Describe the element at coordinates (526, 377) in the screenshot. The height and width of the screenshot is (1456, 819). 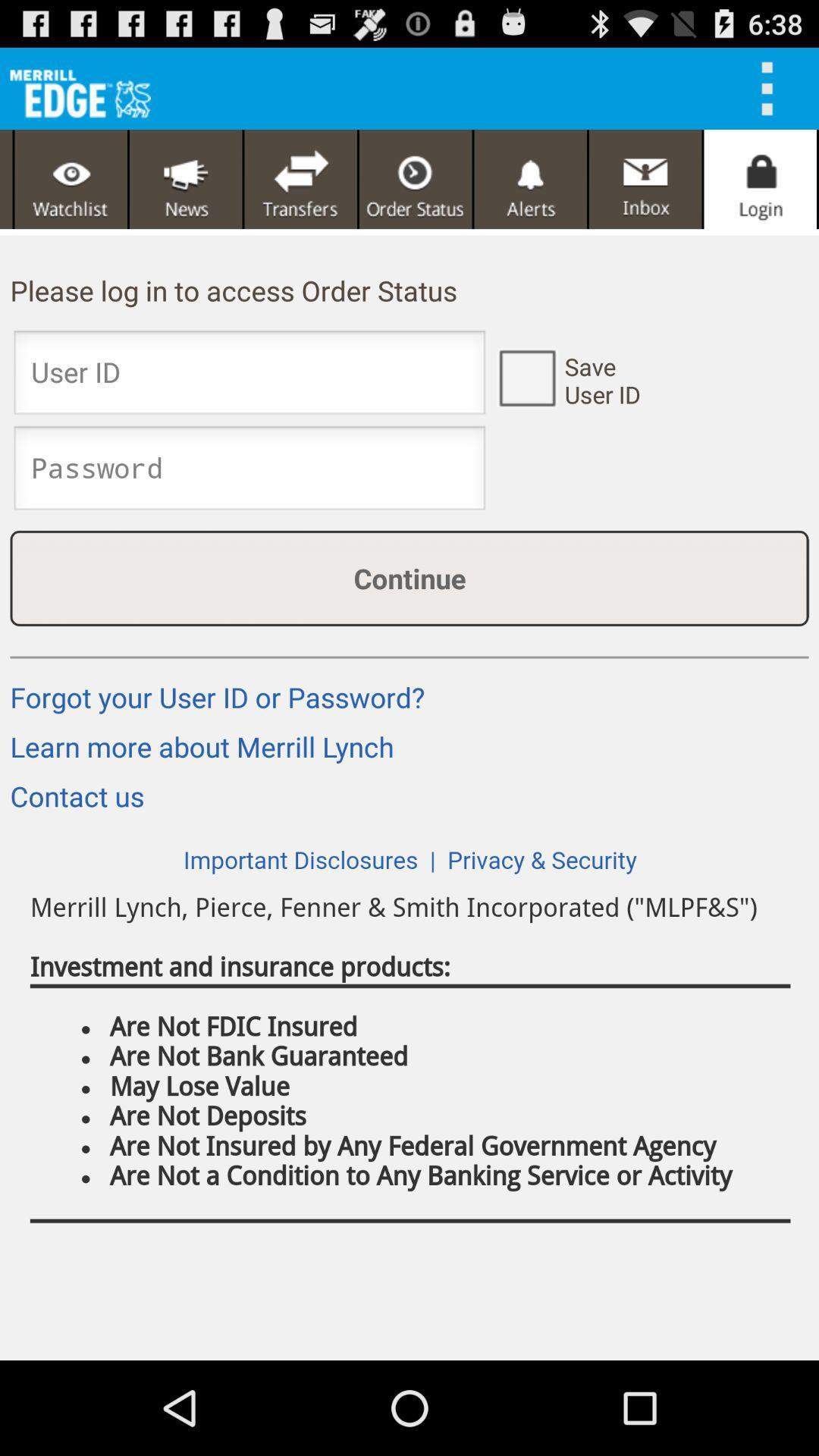
I see `user id` at that location.